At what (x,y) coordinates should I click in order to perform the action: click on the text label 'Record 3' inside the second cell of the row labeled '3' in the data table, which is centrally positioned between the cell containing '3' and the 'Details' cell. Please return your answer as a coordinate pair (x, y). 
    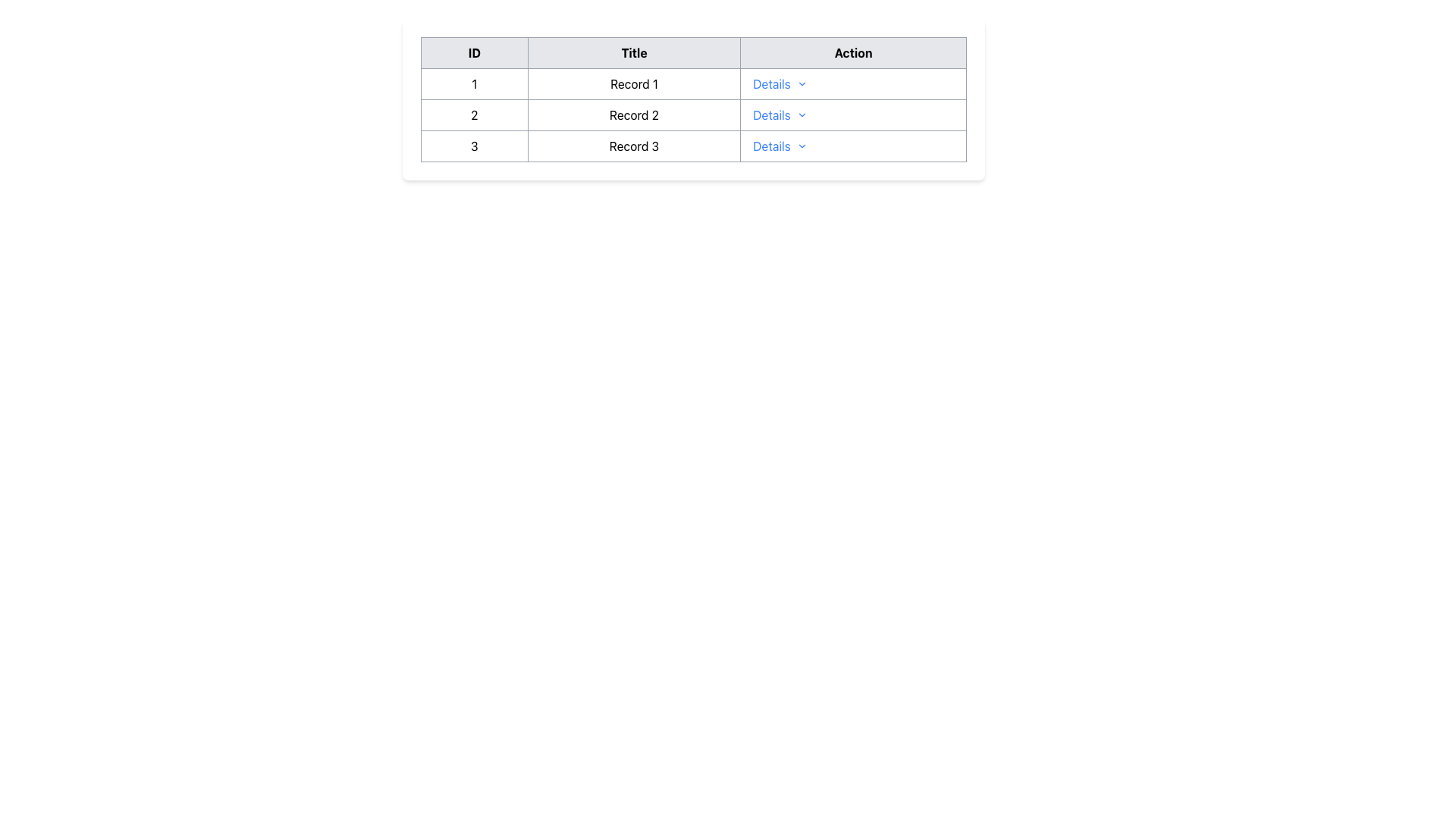
    Looking at the image, I should click on (634, 146).